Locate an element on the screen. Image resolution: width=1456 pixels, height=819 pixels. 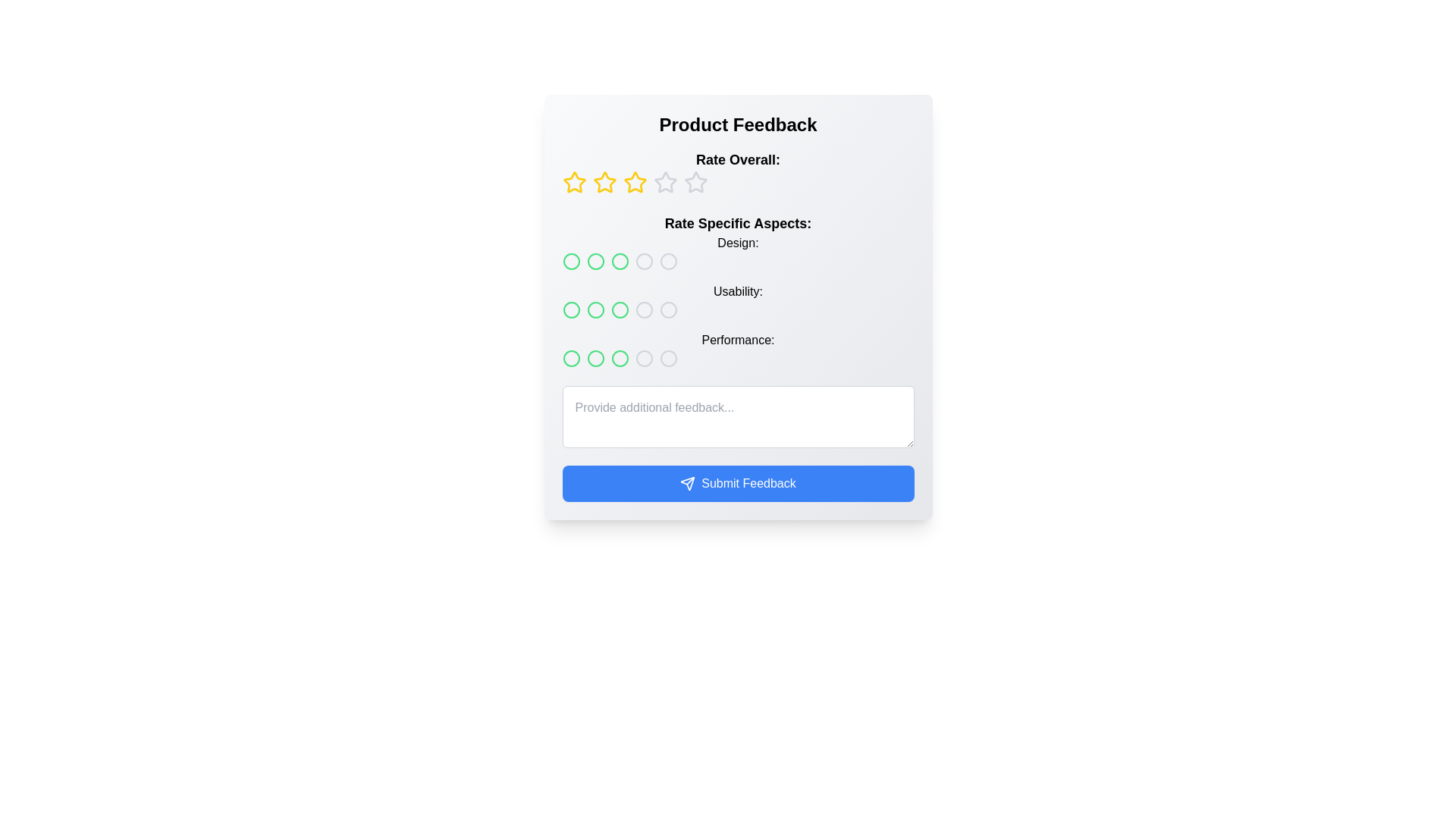
the 'Submit Feedback' button which contains the SVG Icon representing the action of sending or submitting is located at coordinates (687, 483).